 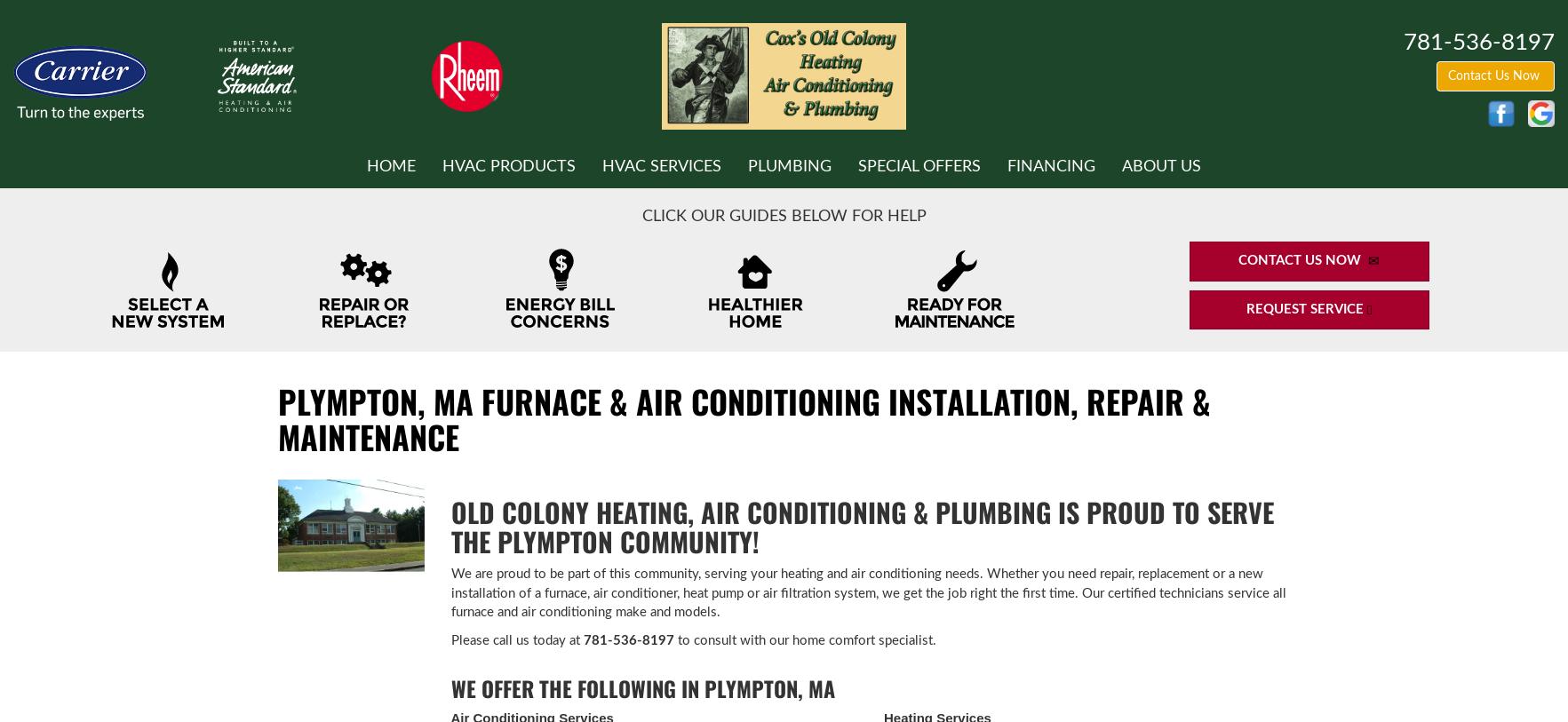 What do you see at coordinates (782, 215) in the screenshot?
I see `'Click our guides below for help'` at bounding box center [782, 215].